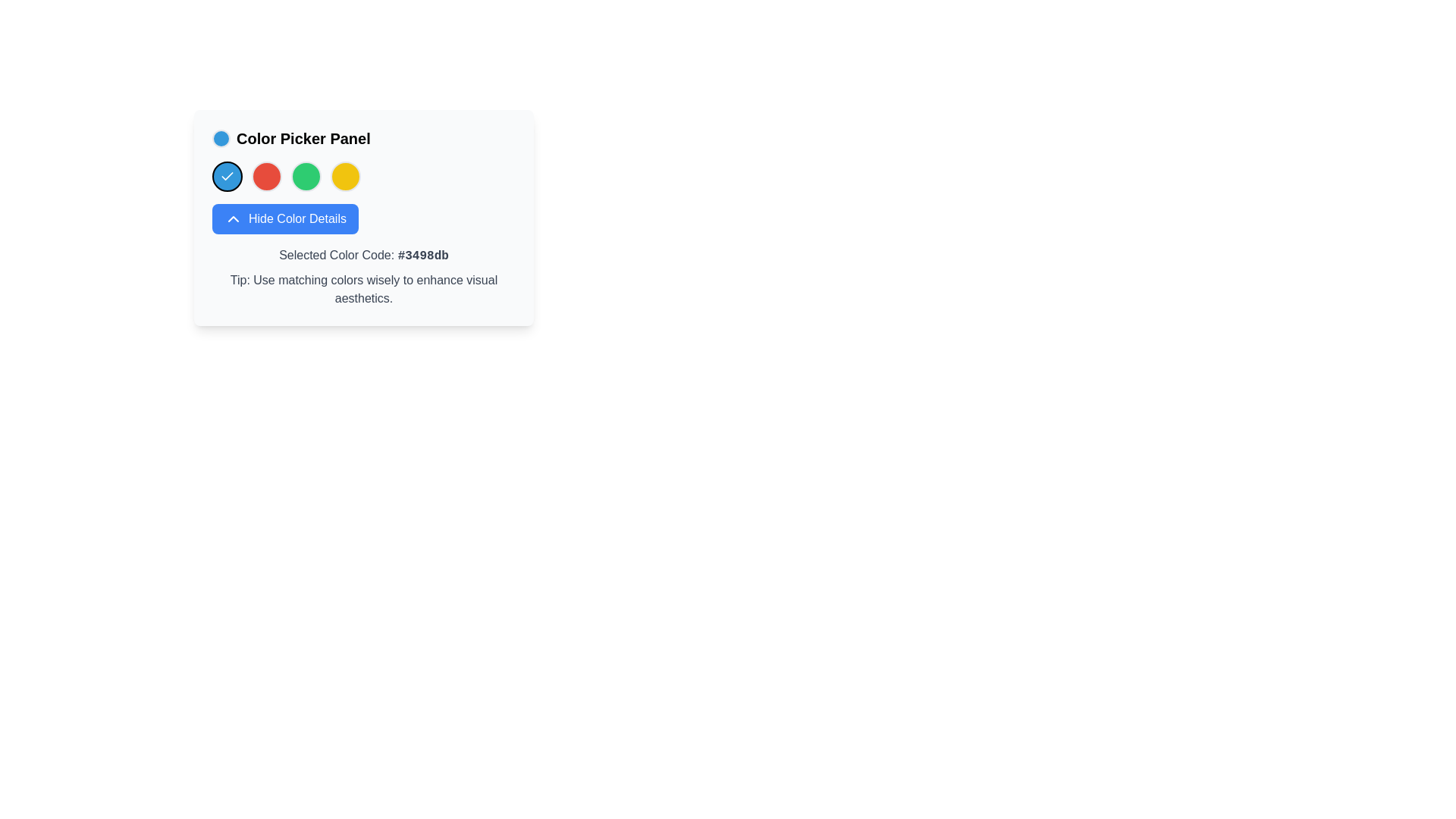  What do you see at coordinates (364, 277) in the screenshot?
I see `information presented in the informative text block located at the bottom of the Color Picker Panel, below the 'Hide Color Details' button` at bounding box center [364, 277].